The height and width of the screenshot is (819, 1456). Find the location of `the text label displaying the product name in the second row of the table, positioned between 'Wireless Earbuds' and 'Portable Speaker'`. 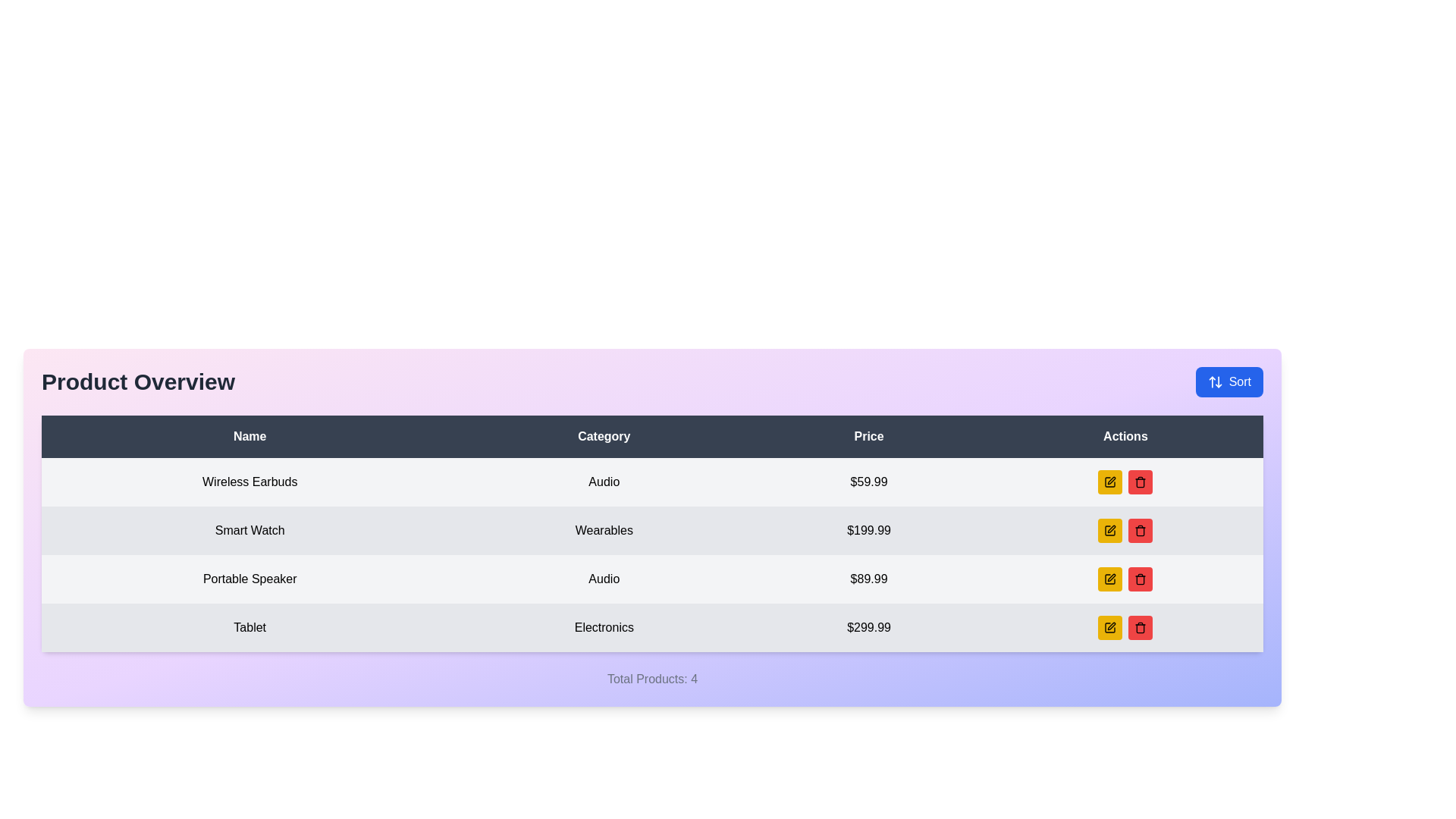

the text label displaying the product name in the second row of the table, positioned between 'Wireless Earbuds' and 'Portable Speaker' is located at coordinates (249, 529).